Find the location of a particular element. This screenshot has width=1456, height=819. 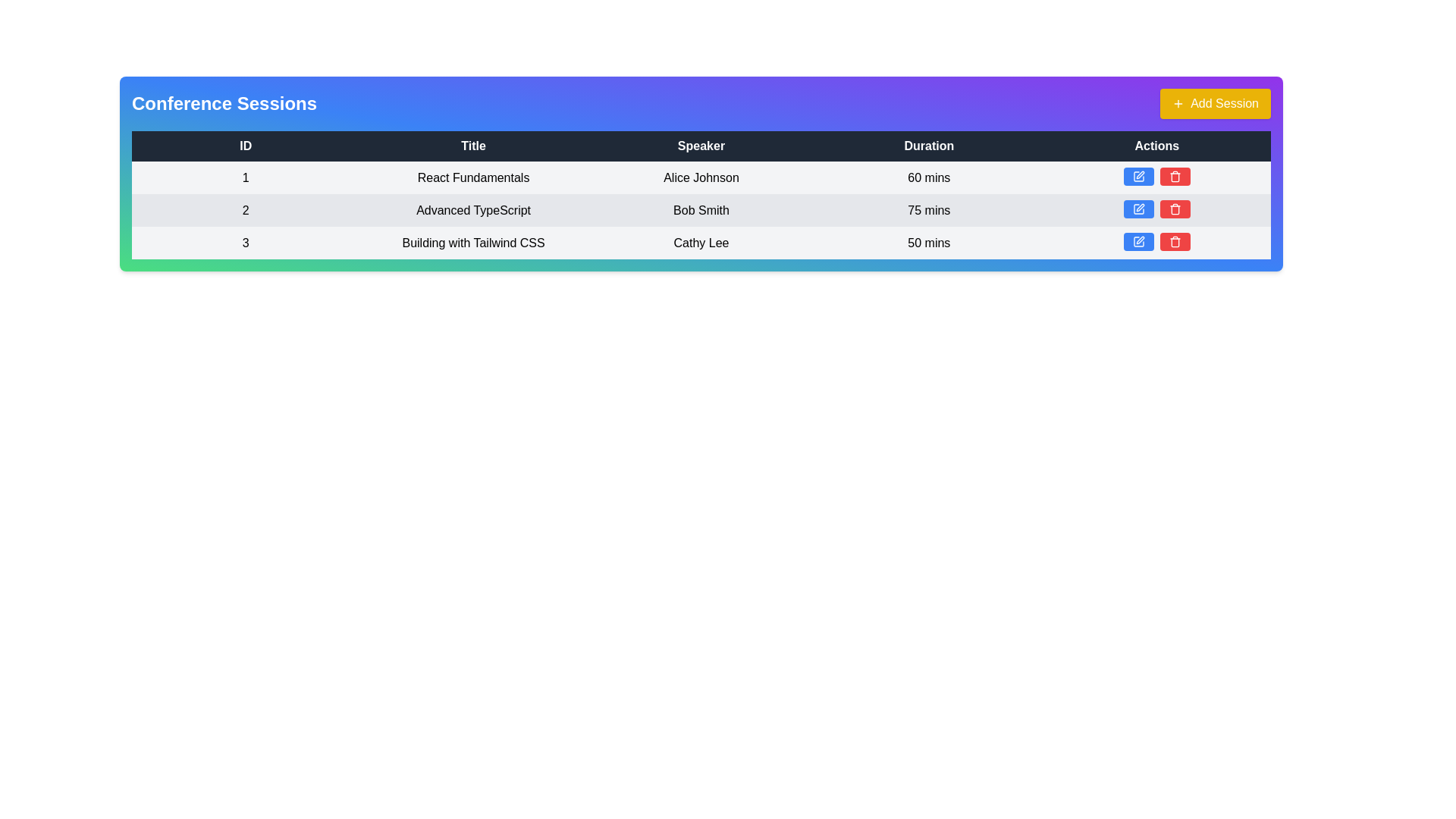

the leftmost icon button for editing in the Actions column of the second row is located at coordinates (1138, 209).